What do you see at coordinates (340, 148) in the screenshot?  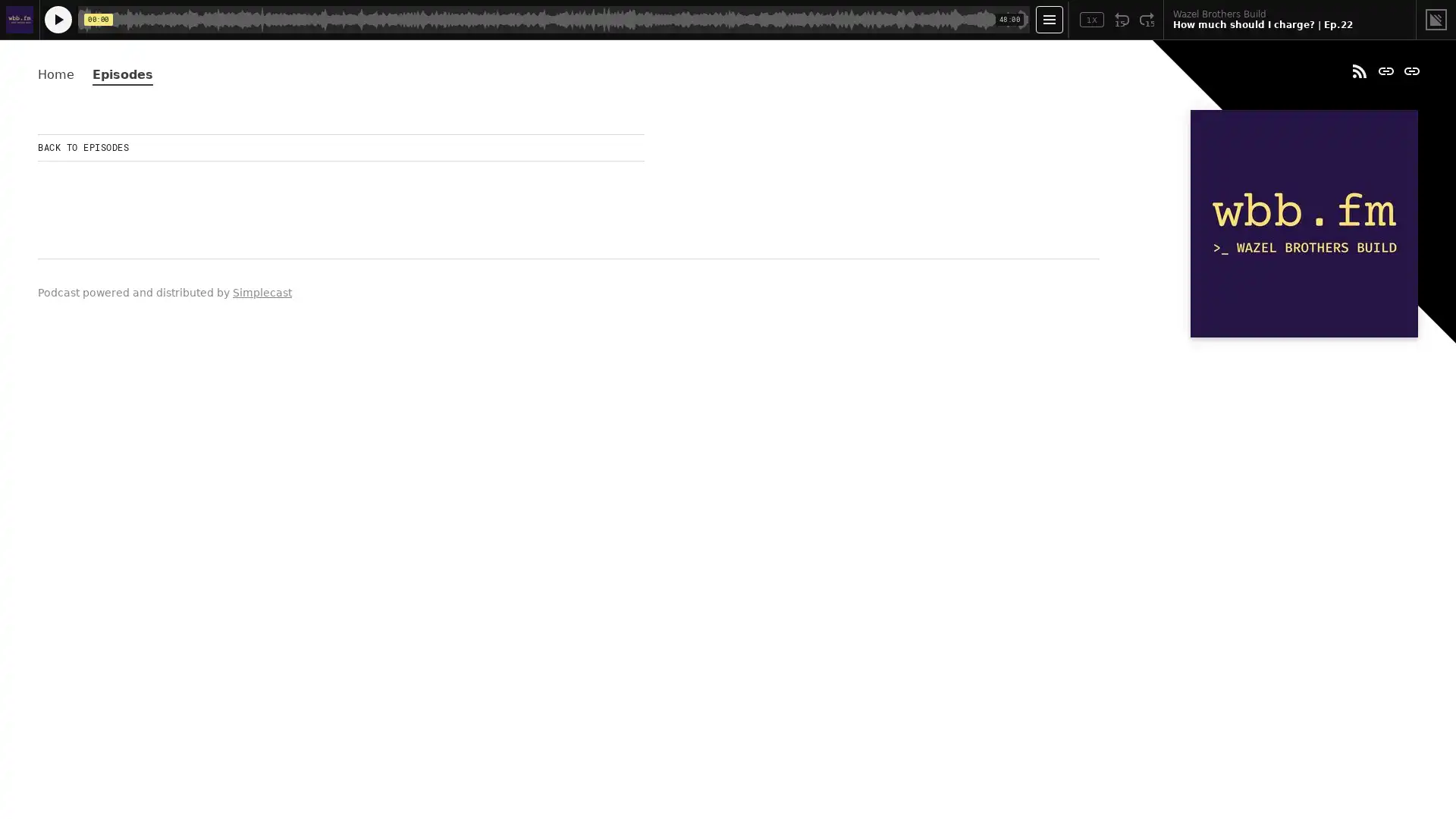 I see `BACK TO EPISODES` at bounding box center [340, 148].